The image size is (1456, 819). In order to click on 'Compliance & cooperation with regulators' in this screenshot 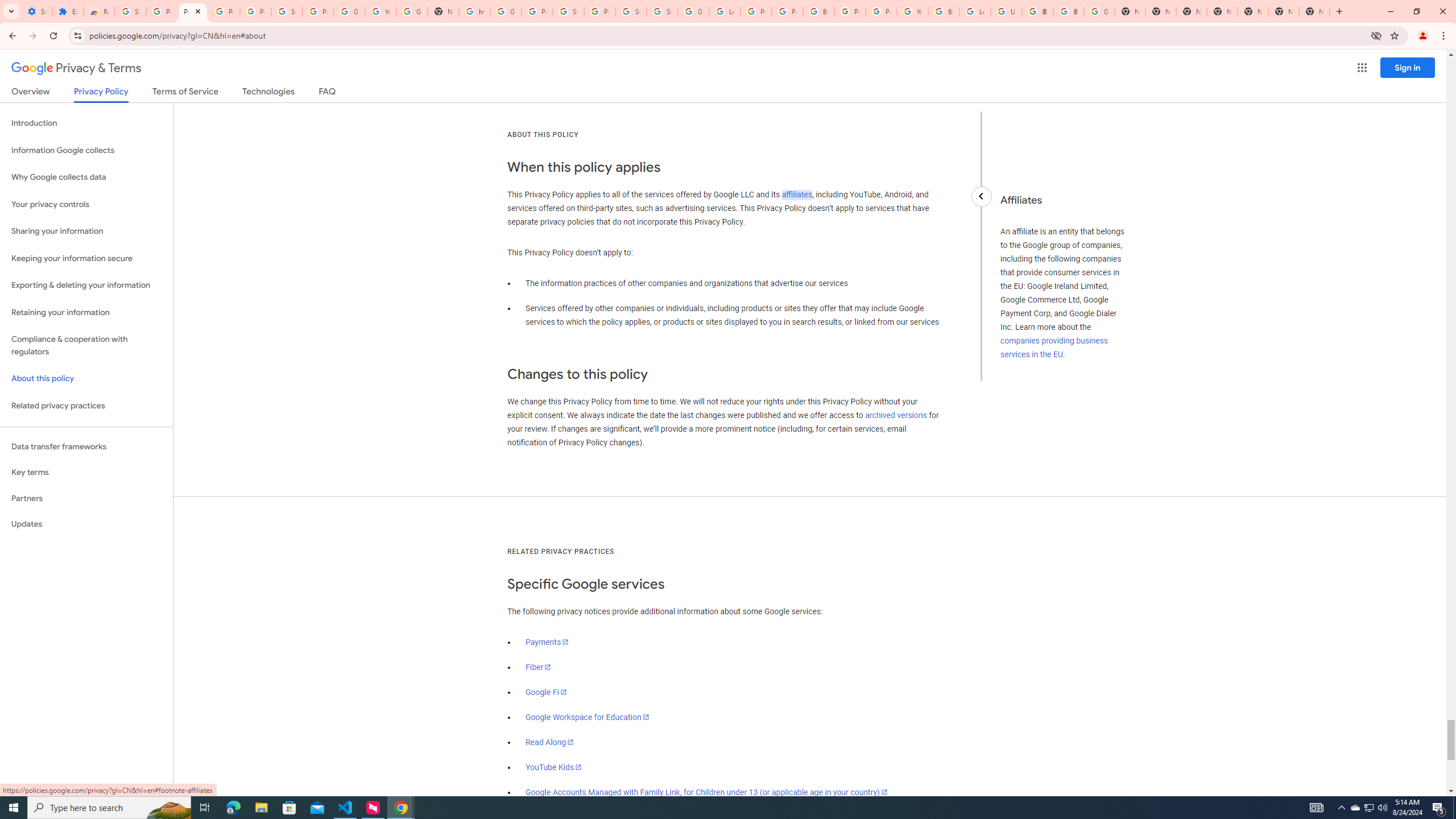, I will do `click(86, 346)`.